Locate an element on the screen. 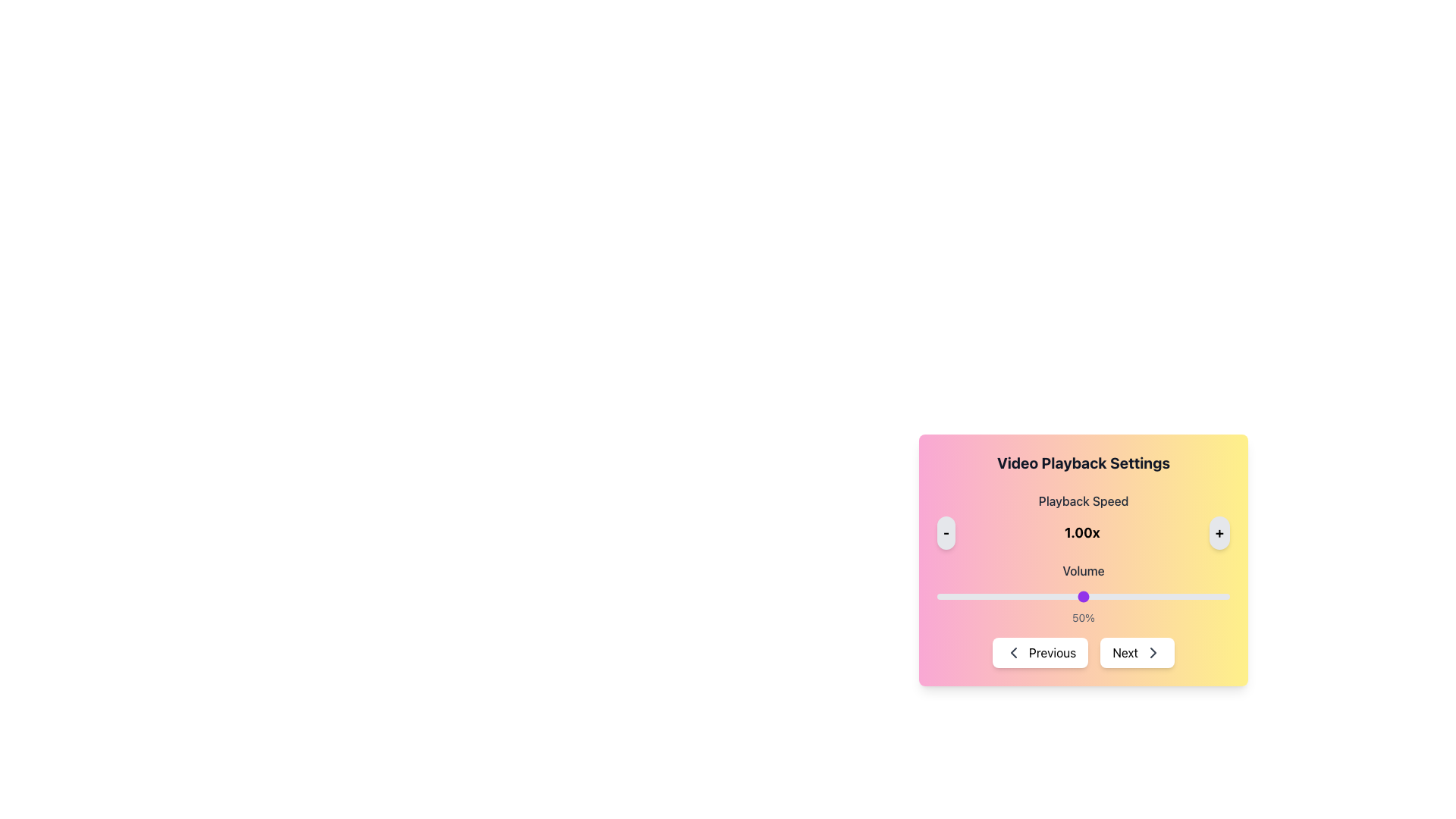  the left-pointing chevron icon located in the bottom-left corner above the 'Previous' button is located at coordinates (1014, 651).